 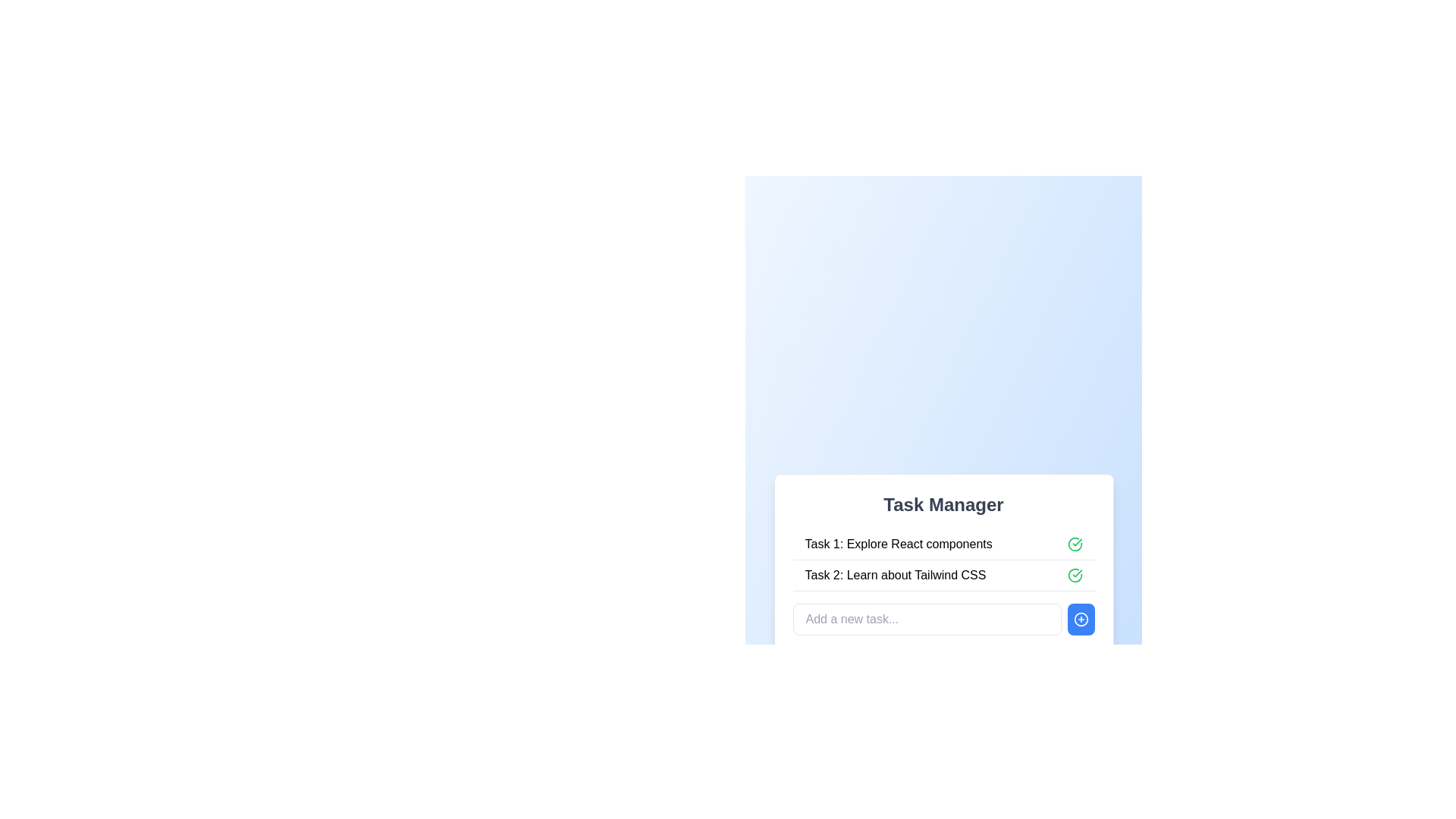 What do you see at coordinates (943, 620) in the screenshot?
I see `the text input field for adding new tasks, located below the listed tasks in the task manager interface` at bounding box center [943, 620].